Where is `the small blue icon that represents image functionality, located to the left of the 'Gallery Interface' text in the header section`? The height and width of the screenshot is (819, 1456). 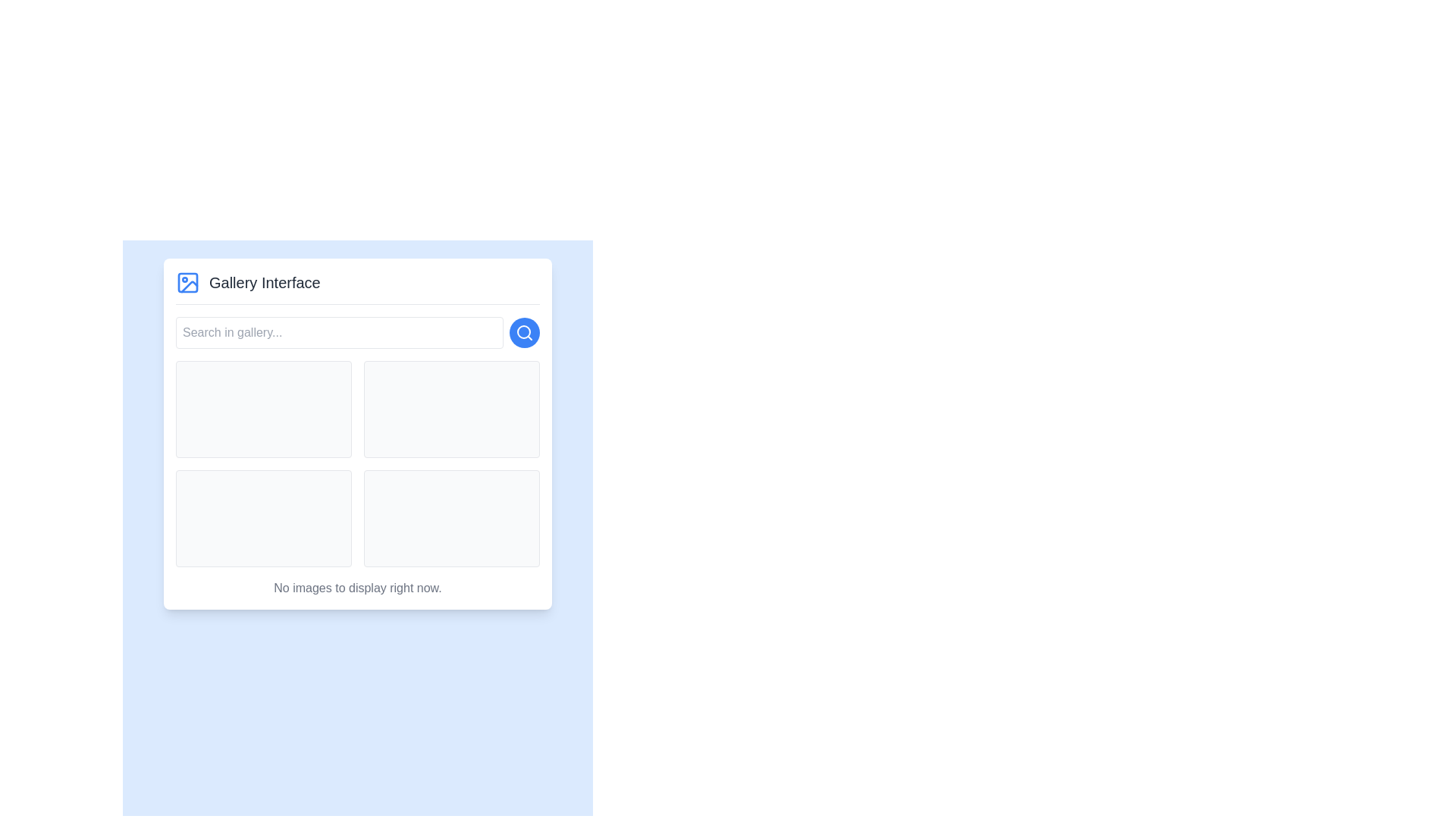
the small blue icon that represents image functionality, located to the left of the 'Gallery Interface' text in the header section is located at coordinates (187, 283).